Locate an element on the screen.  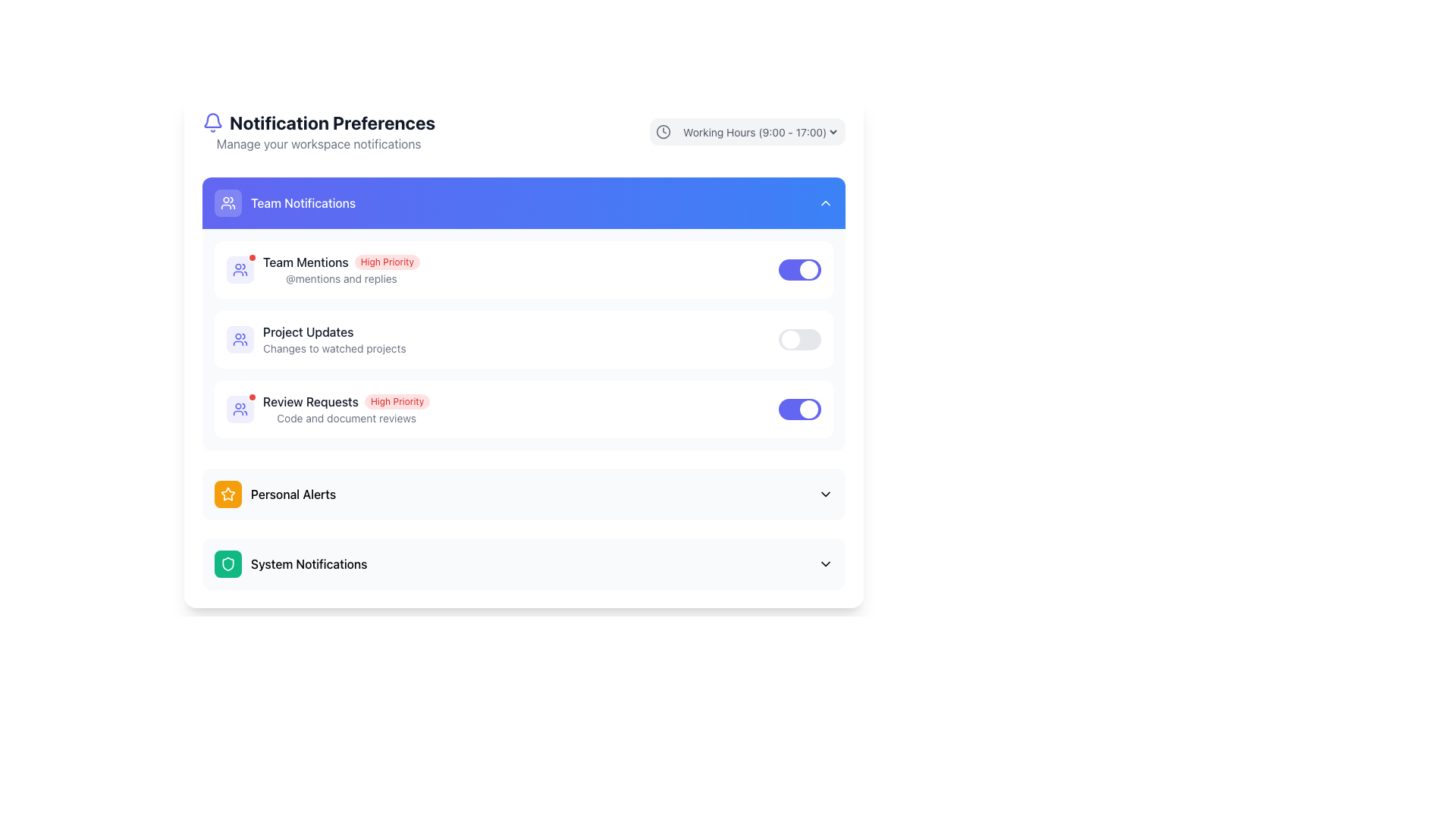
the text label displaying 'Review Requests', which is styled in bold and dark color, located within the 'Team Notifications' section next to a 'High Priority' badge is located at coordinates (309, 400).